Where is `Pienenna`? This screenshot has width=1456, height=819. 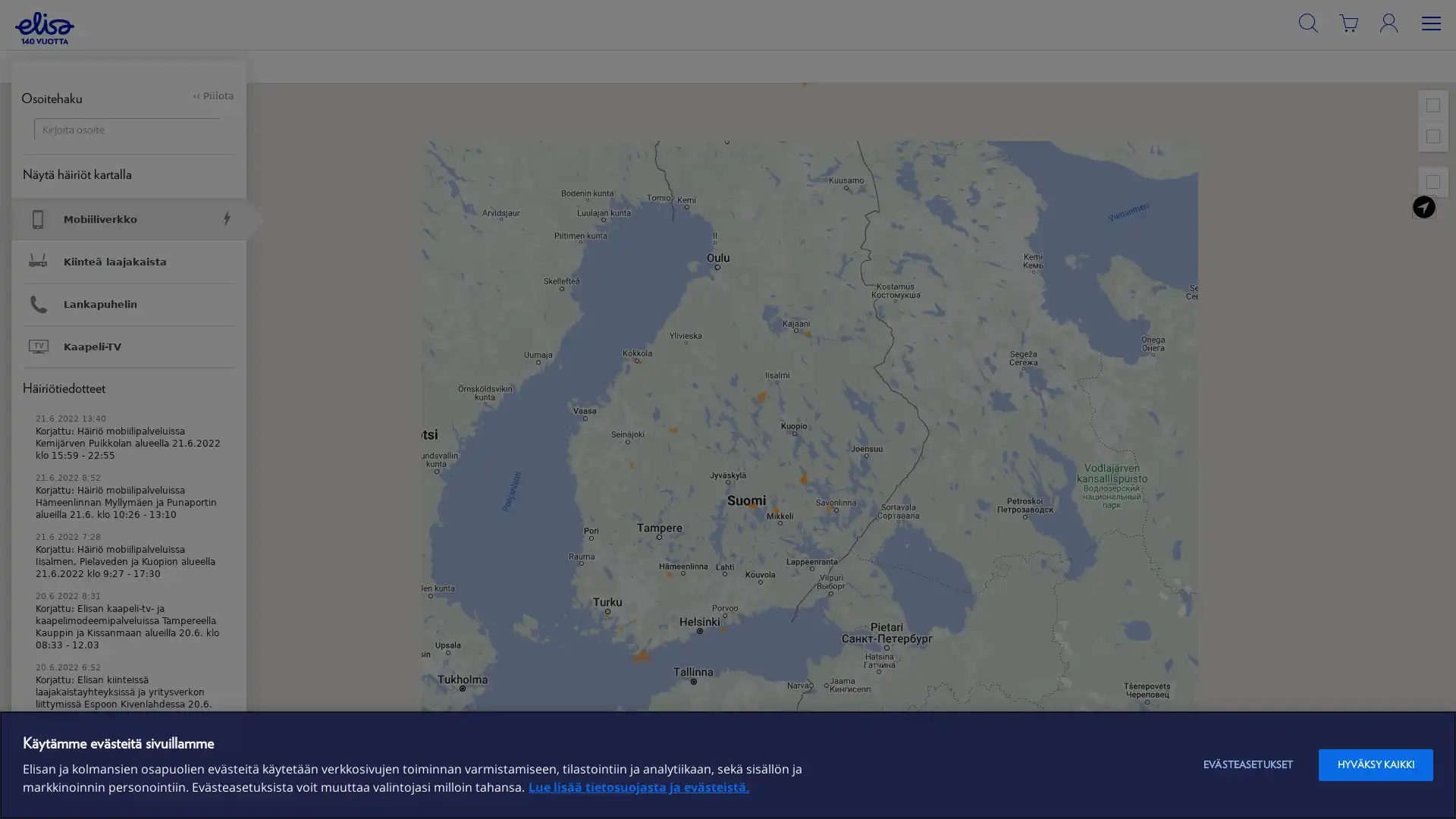
Pienenna is located at coordinates (1432, 136).